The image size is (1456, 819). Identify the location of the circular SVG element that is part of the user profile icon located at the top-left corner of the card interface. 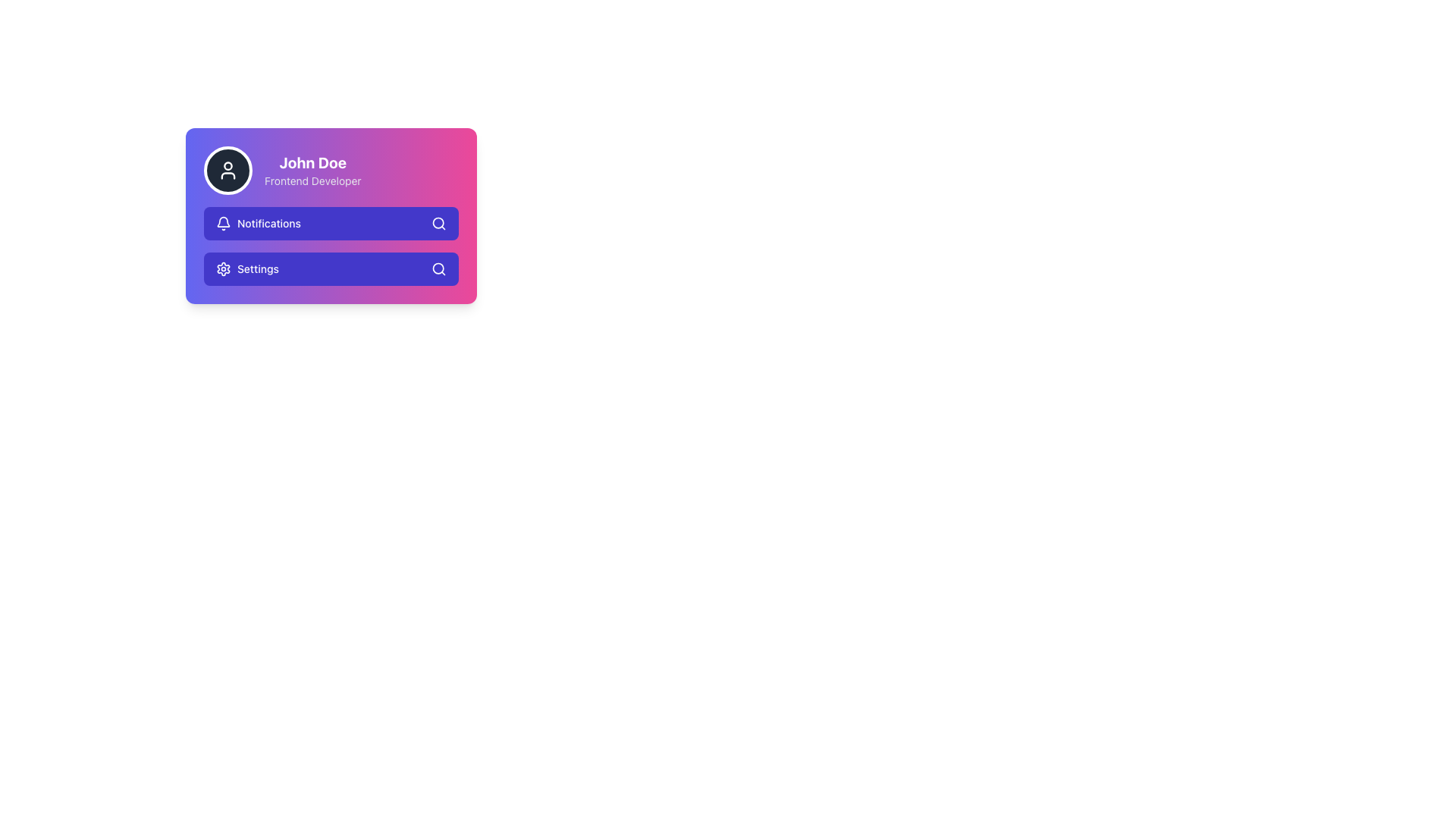
(227, 166).